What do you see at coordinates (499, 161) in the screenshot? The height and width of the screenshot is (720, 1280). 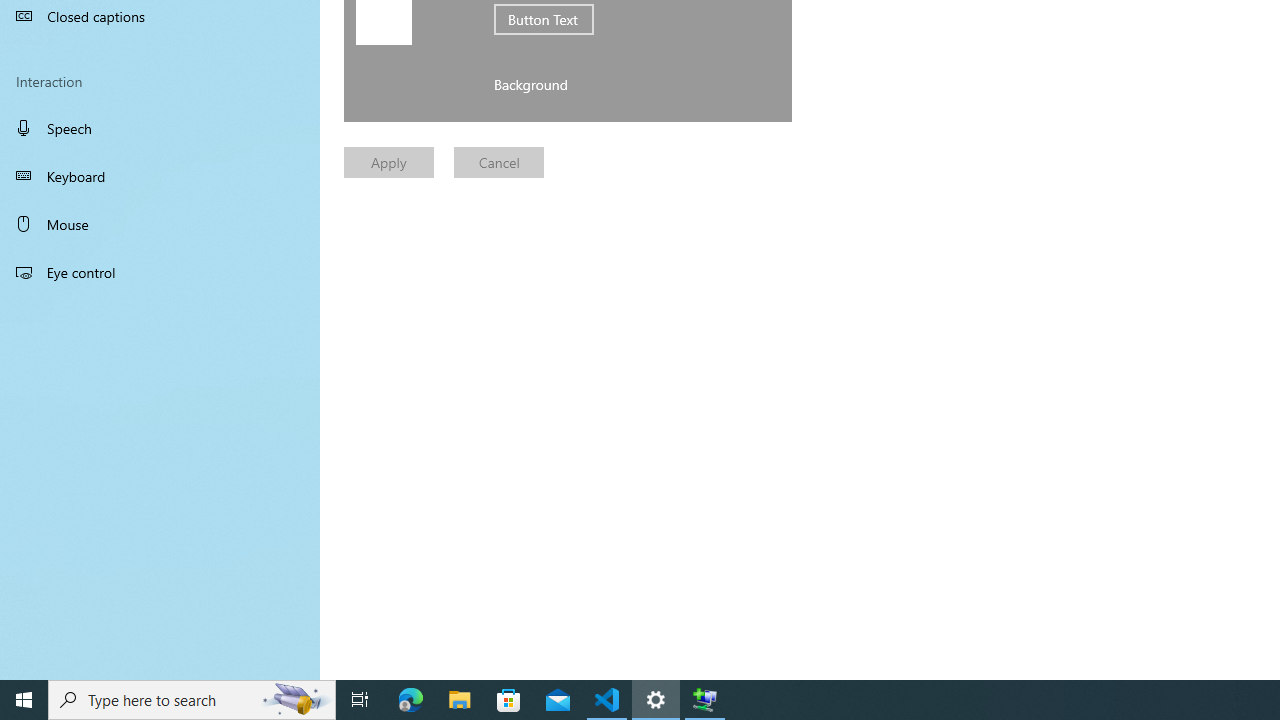 I see `'Cancel'` at bounding box center [499, 161].